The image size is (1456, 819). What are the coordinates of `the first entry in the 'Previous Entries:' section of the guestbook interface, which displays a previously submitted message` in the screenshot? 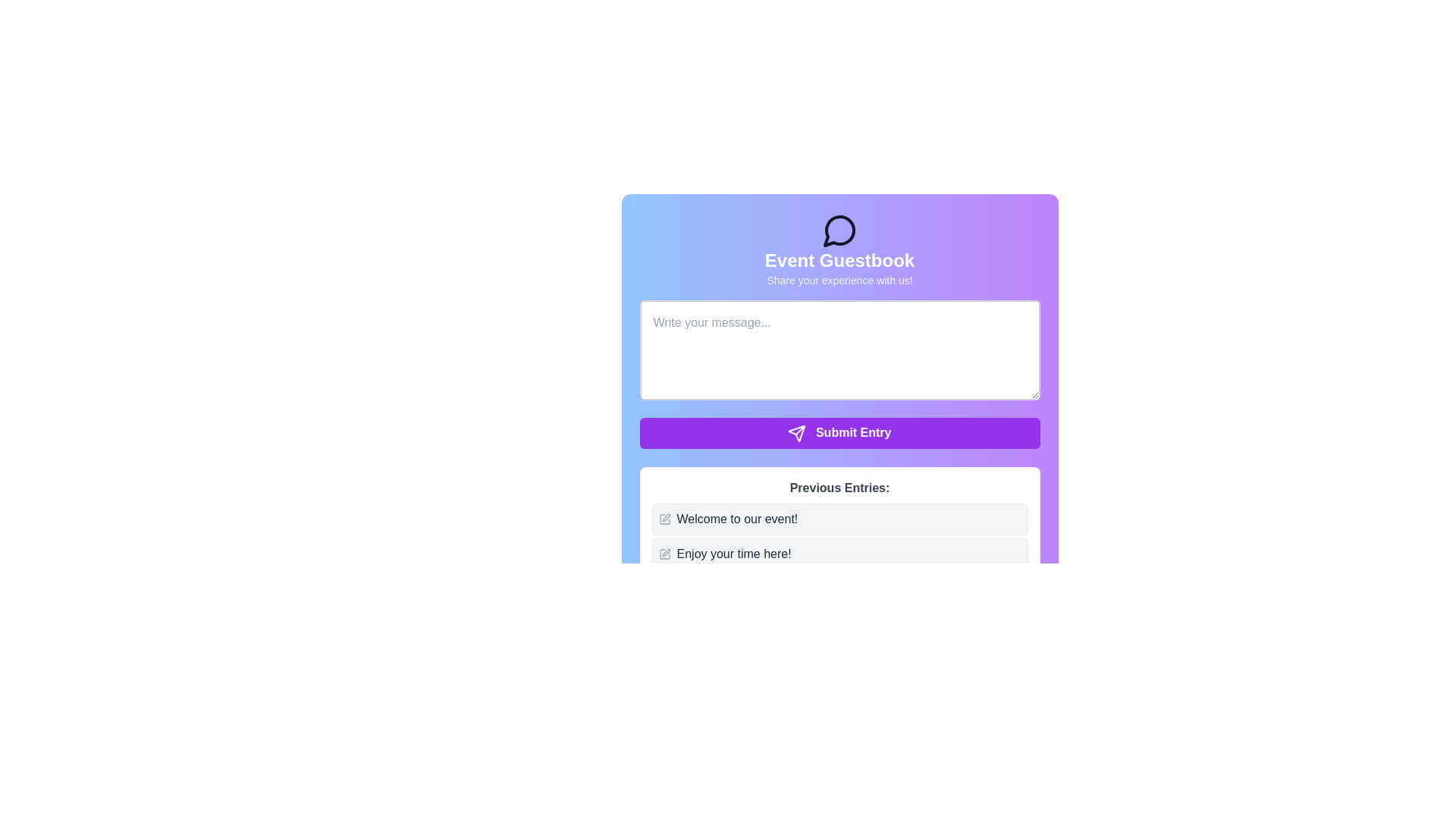 It's located at (839, 535).